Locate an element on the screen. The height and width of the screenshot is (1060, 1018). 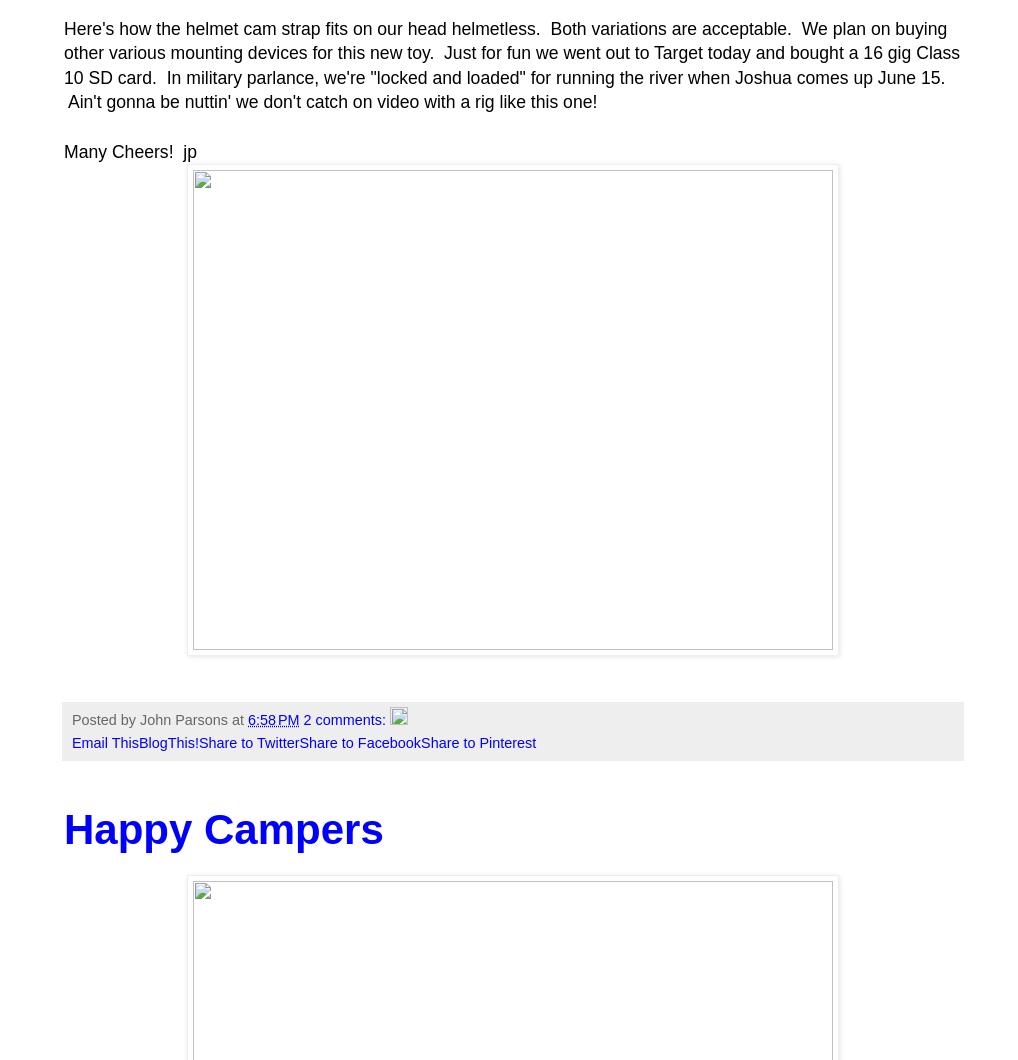
'Here's how the helmet cam strap fits on our head helmetless.  Both variations are acceptable.  We plan on buying other various mounting devices for this new toy.  Just for fun we went out to Target today and bought a 16 gig Class 10 SD card.  In military parlance, we're "locked and loaded" for running the river when Joshua comes up June 15.  Ain't gonna be nuttin' we don't catch on video with a rig like this one!' is located at coordinates (510, 64).